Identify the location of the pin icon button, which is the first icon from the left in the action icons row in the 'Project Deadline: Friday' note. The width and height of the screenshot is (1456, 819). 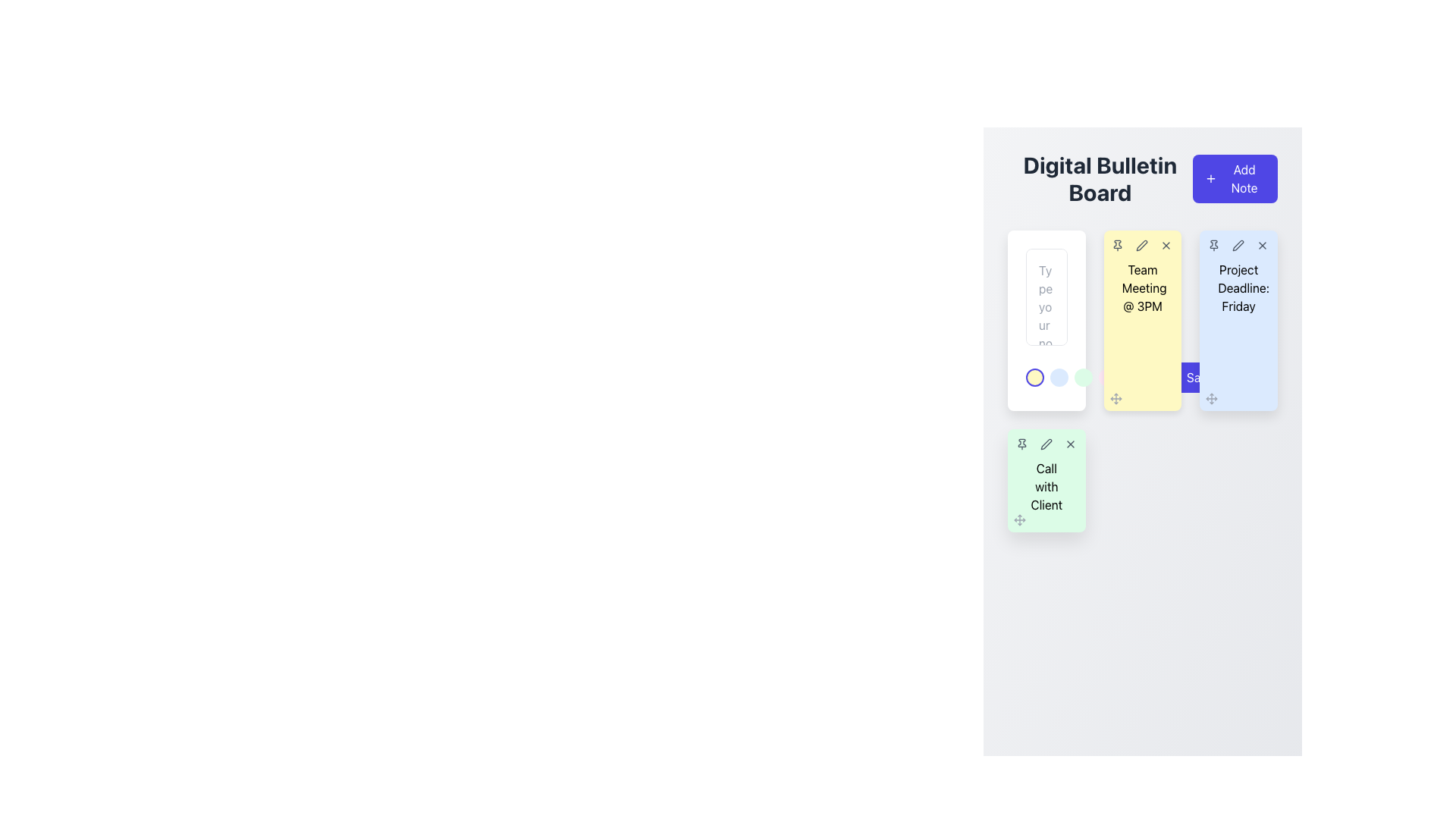
(1213, 245).